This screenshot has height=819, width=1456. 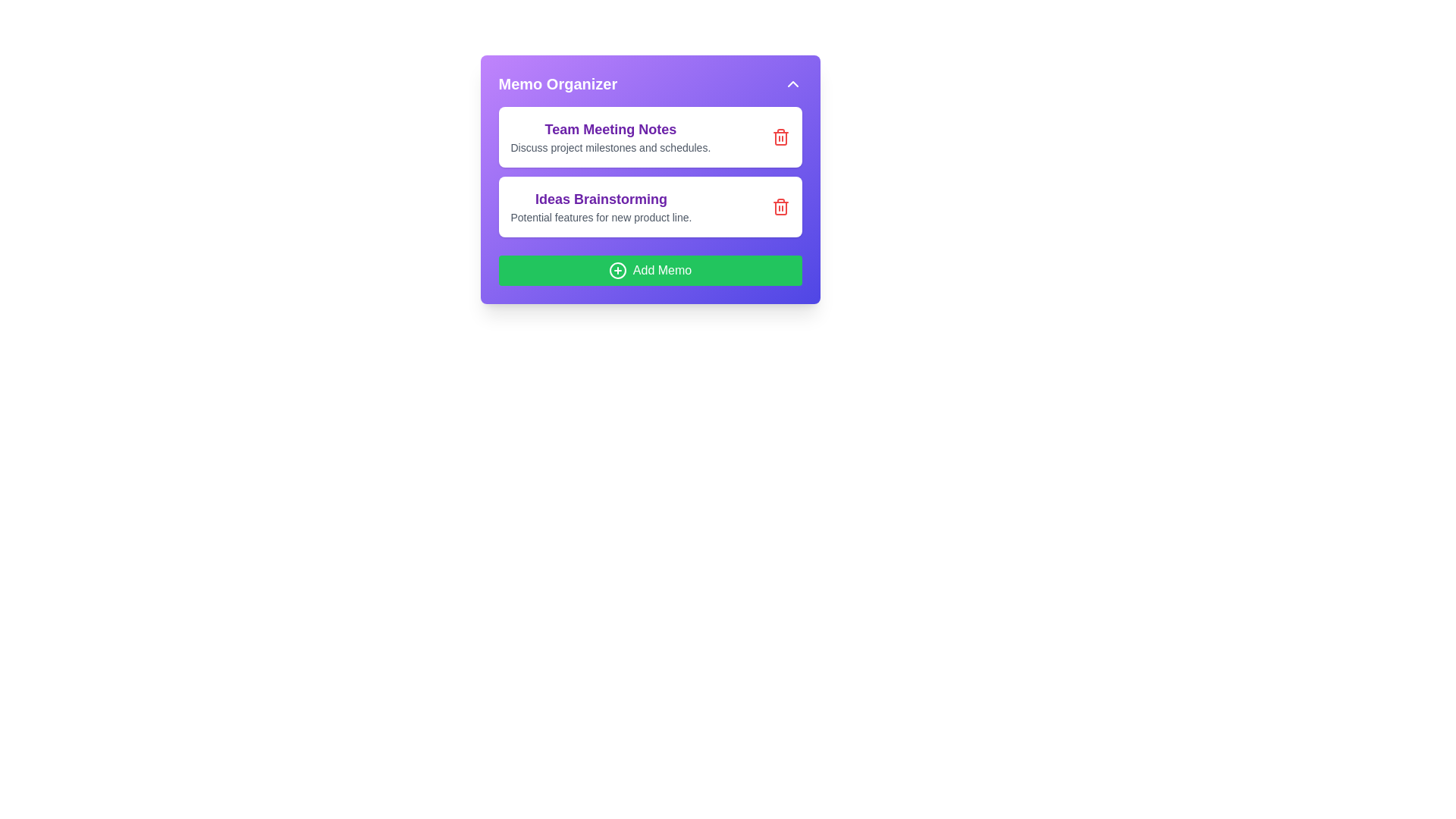 What do you see at coordinates (780, 207) in the screenshot?
I see `delete button for the memo titled 'Ideas Brainstorming'` at bounding box center [780, 207].